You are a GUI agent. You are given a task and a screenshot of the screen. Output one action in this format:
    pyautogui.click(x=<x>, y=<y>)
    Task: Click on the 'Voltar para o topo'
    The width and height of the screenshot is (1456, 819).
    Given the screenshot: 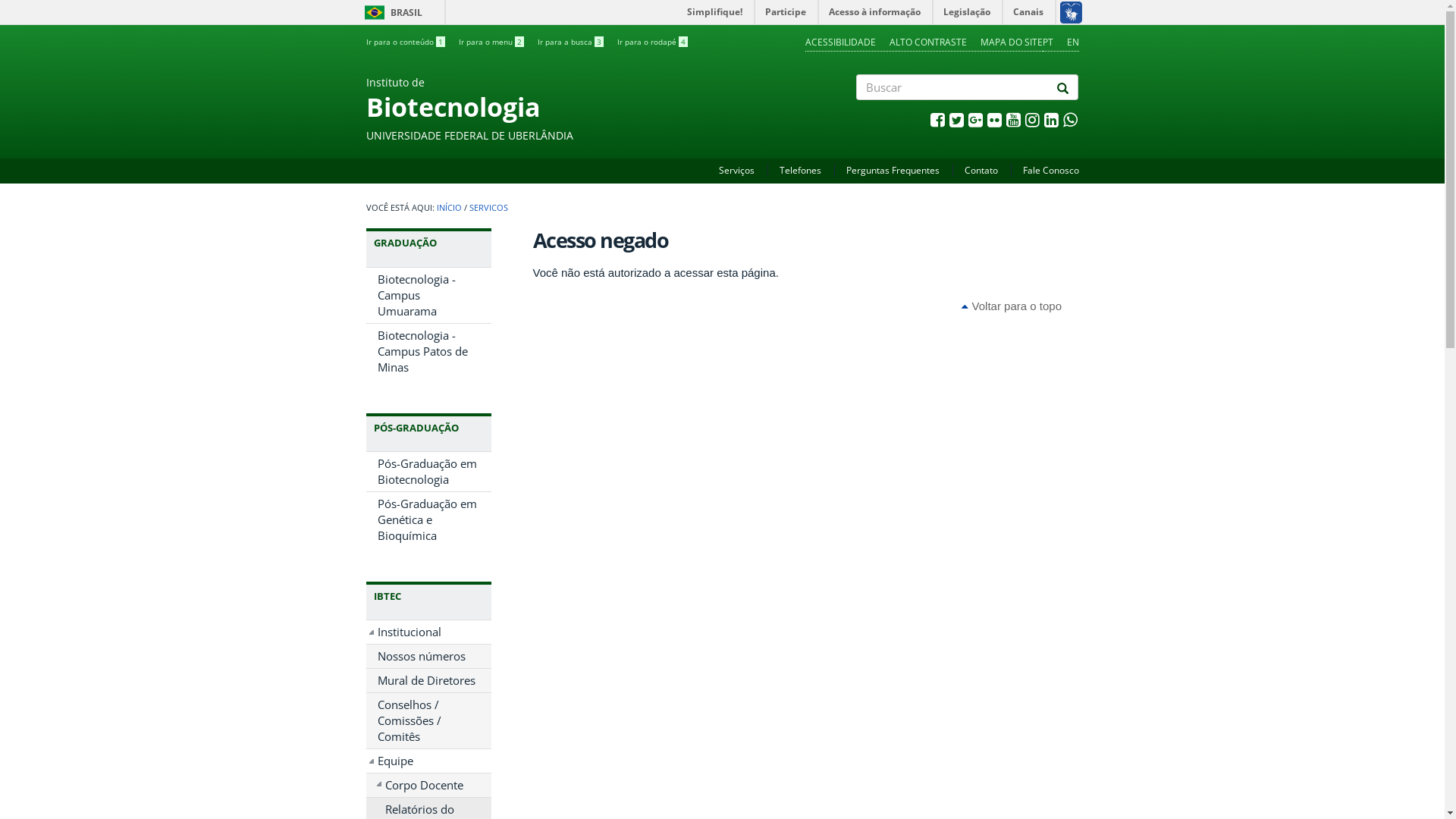 What is the action you would take?
    pyautogui.click(x=1012, y=306)
    